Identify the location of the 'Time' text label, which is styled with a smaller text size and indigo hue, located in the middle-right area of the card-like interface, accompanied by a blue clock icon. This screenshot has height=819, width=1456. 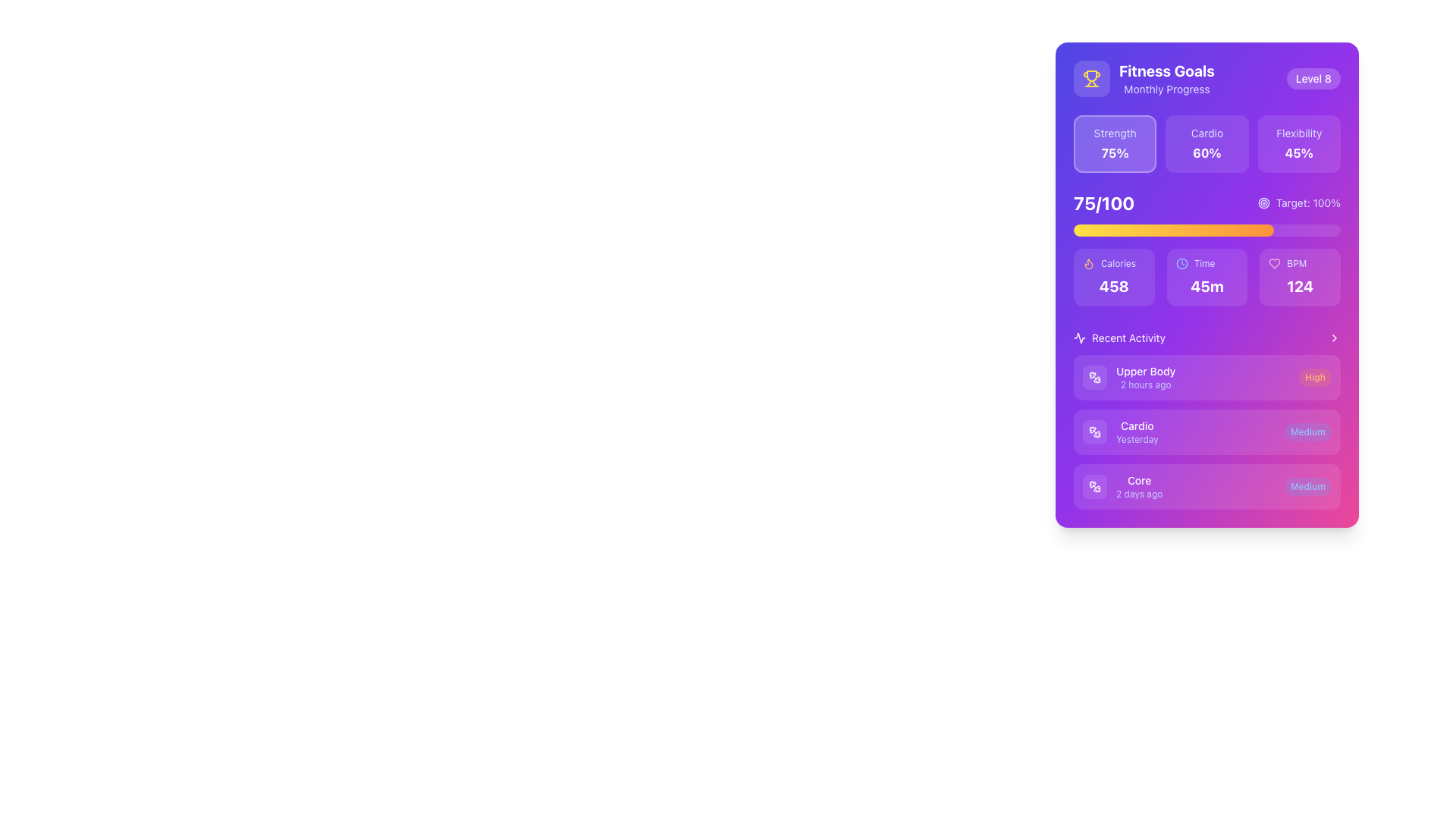
(1207, 262).